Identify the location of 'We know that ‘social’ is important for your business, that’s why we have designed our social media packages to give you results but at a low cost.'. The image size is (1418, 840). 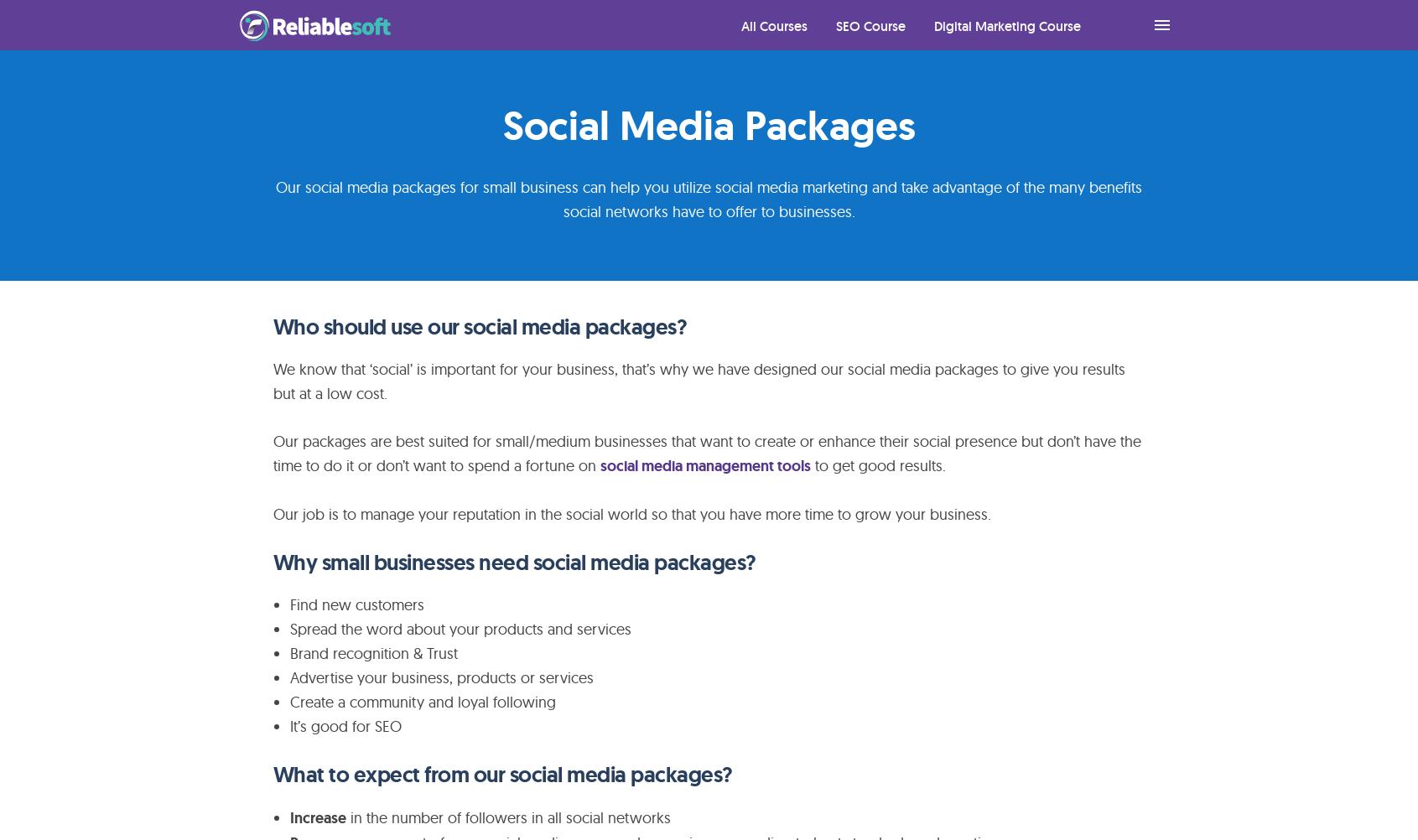
(697, 381).